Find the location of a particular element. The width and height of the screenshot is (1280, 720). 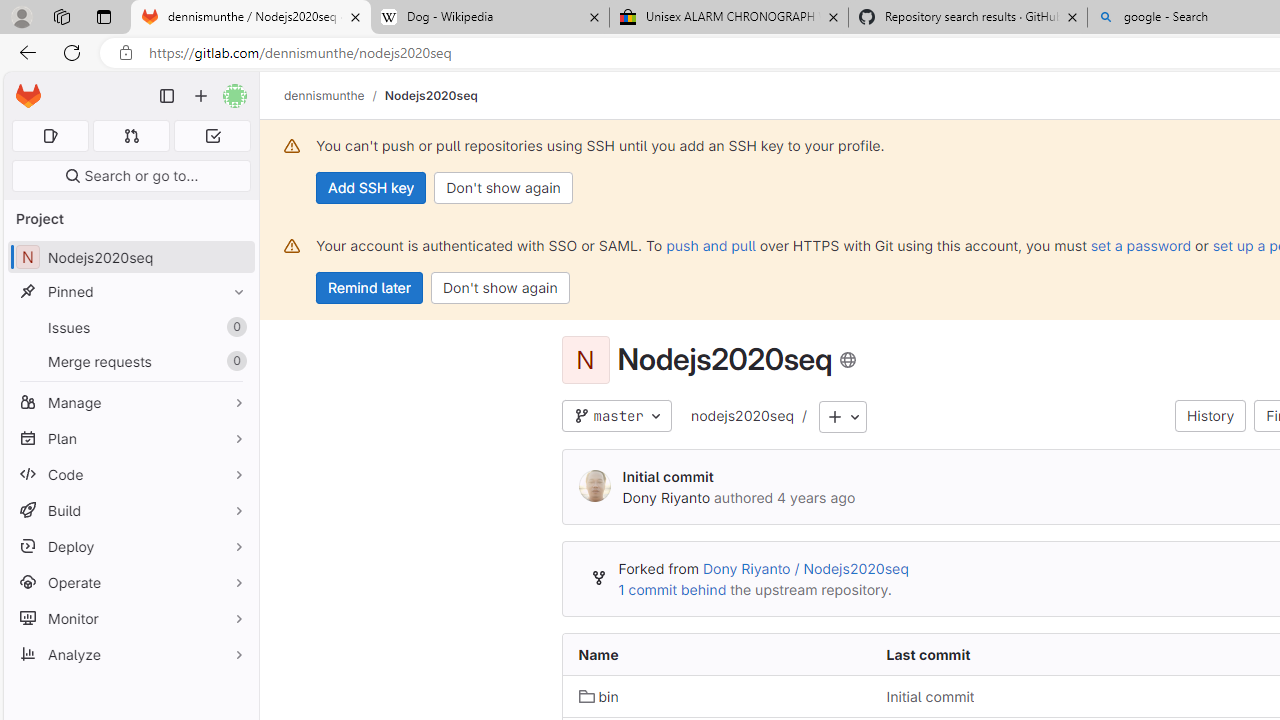

'Monitor' is located at coordinates (130, 617).